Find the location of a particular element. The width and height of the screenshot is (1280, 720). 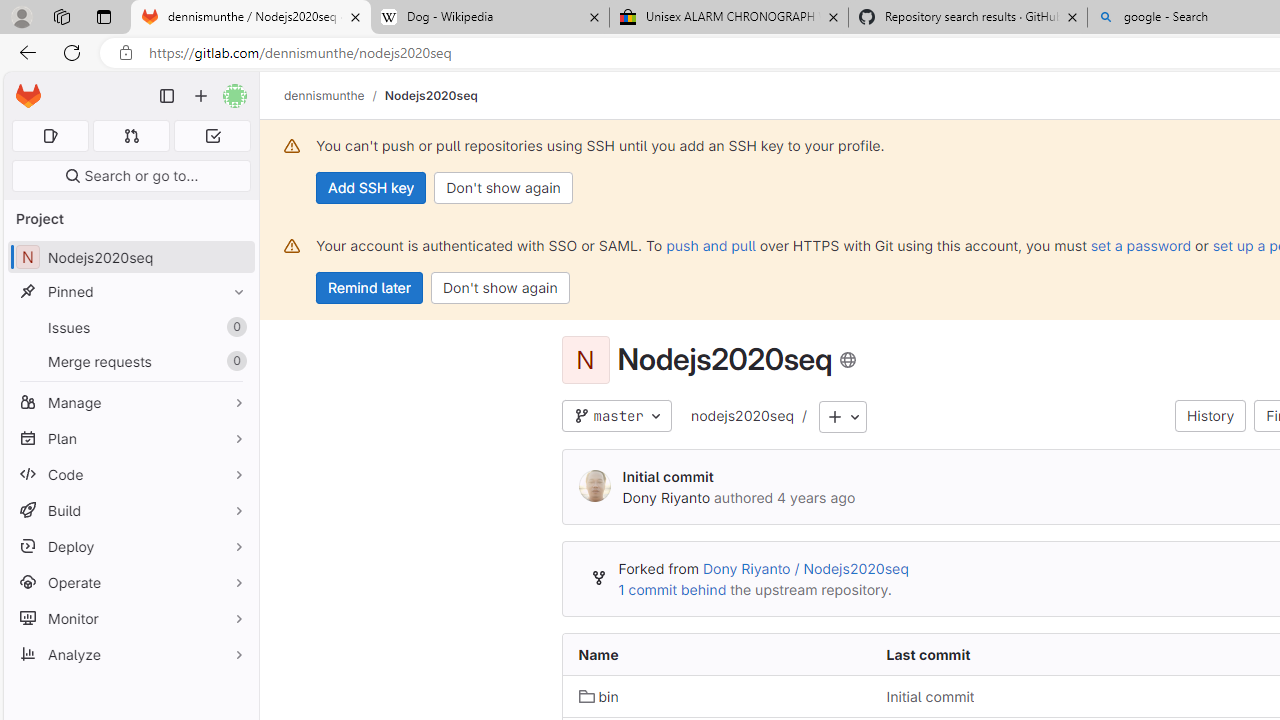

'Monitor' is located at coordinates (130, 617).